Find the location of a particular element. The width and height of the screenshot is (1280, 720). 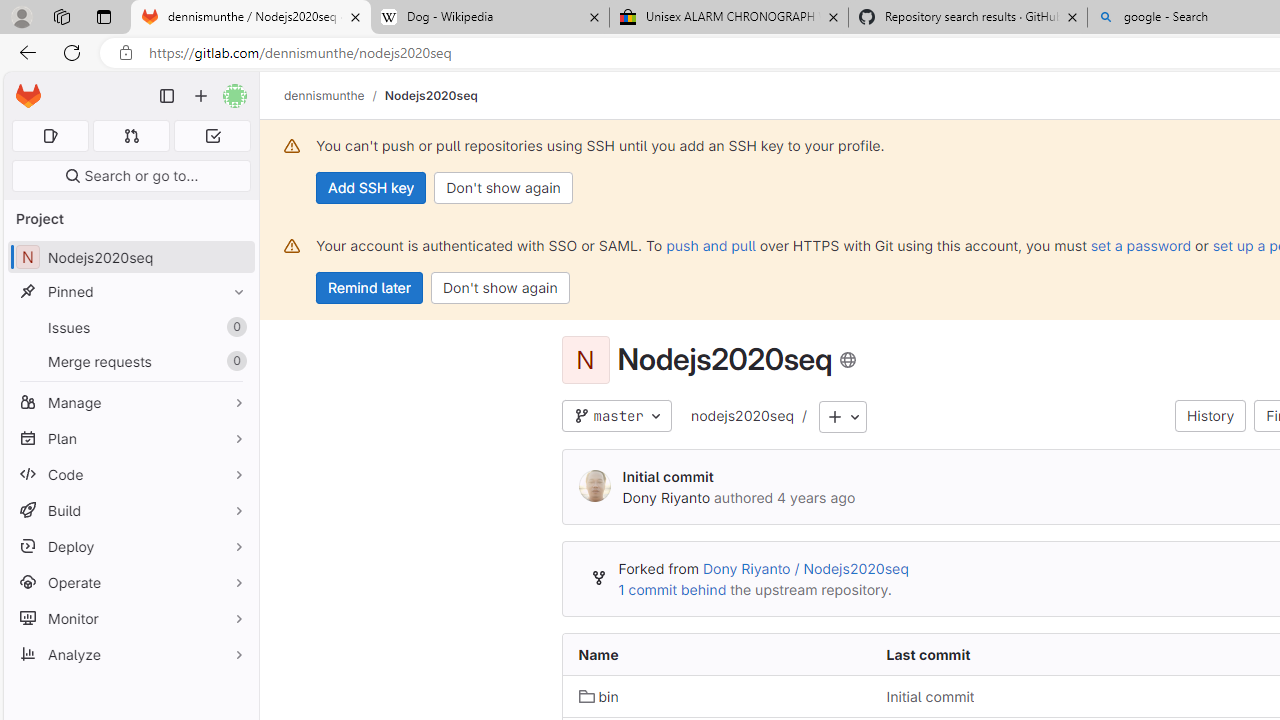

'Monitor' is located at coordinates (130, 617).